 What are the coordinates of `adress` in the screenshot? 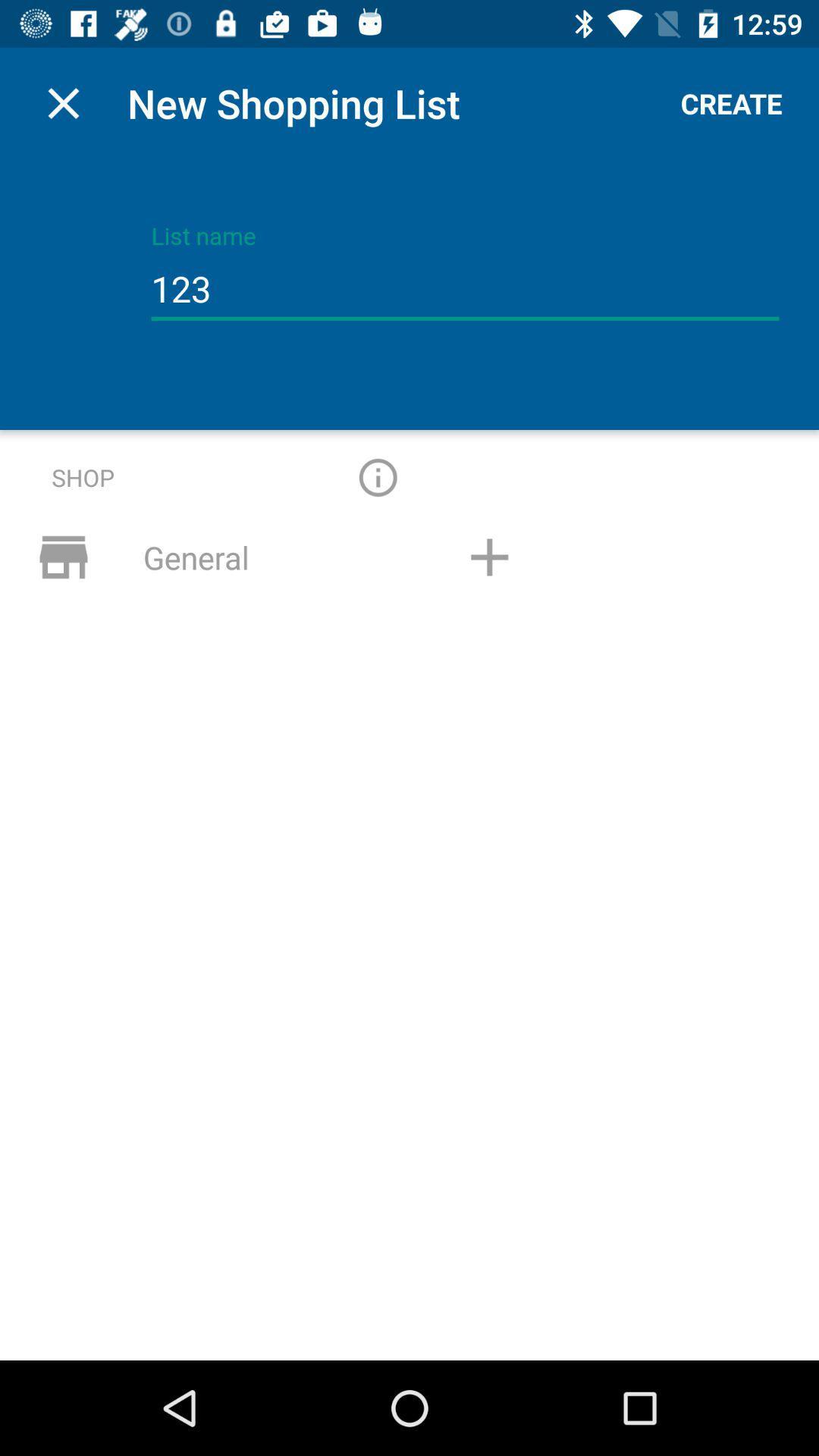 It's located at (489, 556).